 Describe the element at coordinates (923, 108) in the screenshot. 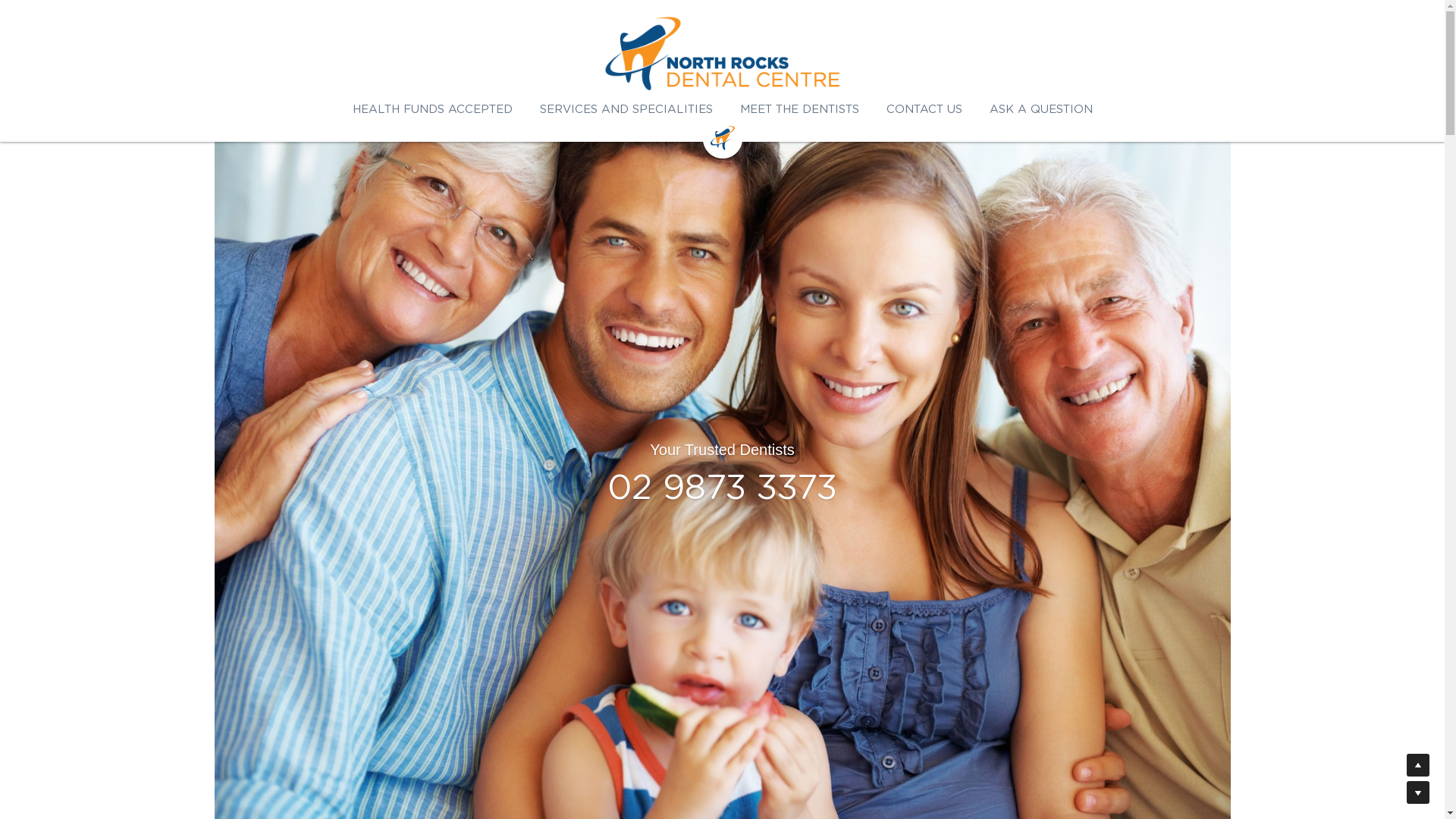

I see `'CONTACT US'` at that location.